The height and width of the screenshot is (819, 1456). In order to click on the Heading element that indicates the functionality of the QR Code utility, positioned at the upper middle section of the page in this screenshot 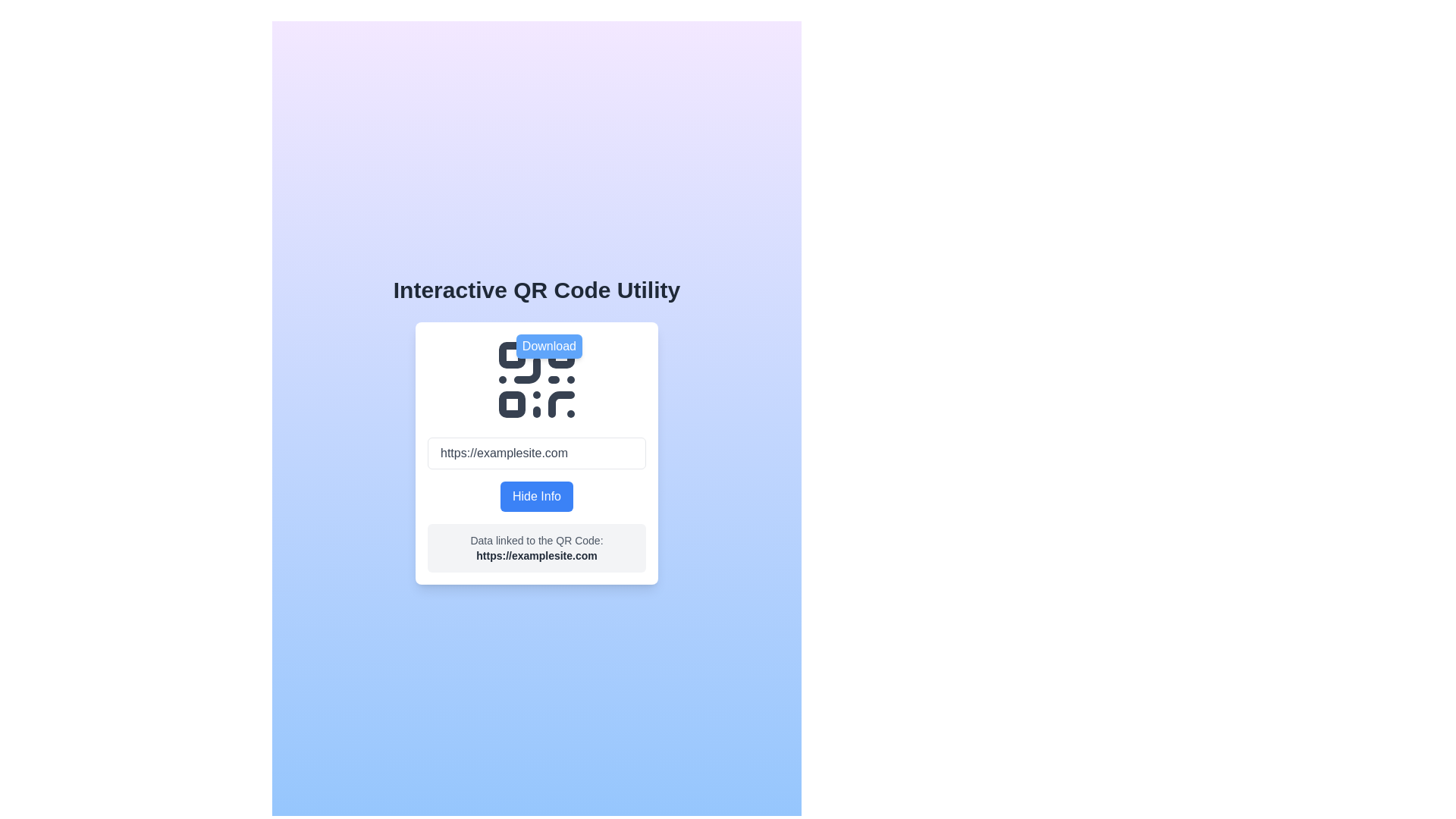, I will do `click(536, 290)`.